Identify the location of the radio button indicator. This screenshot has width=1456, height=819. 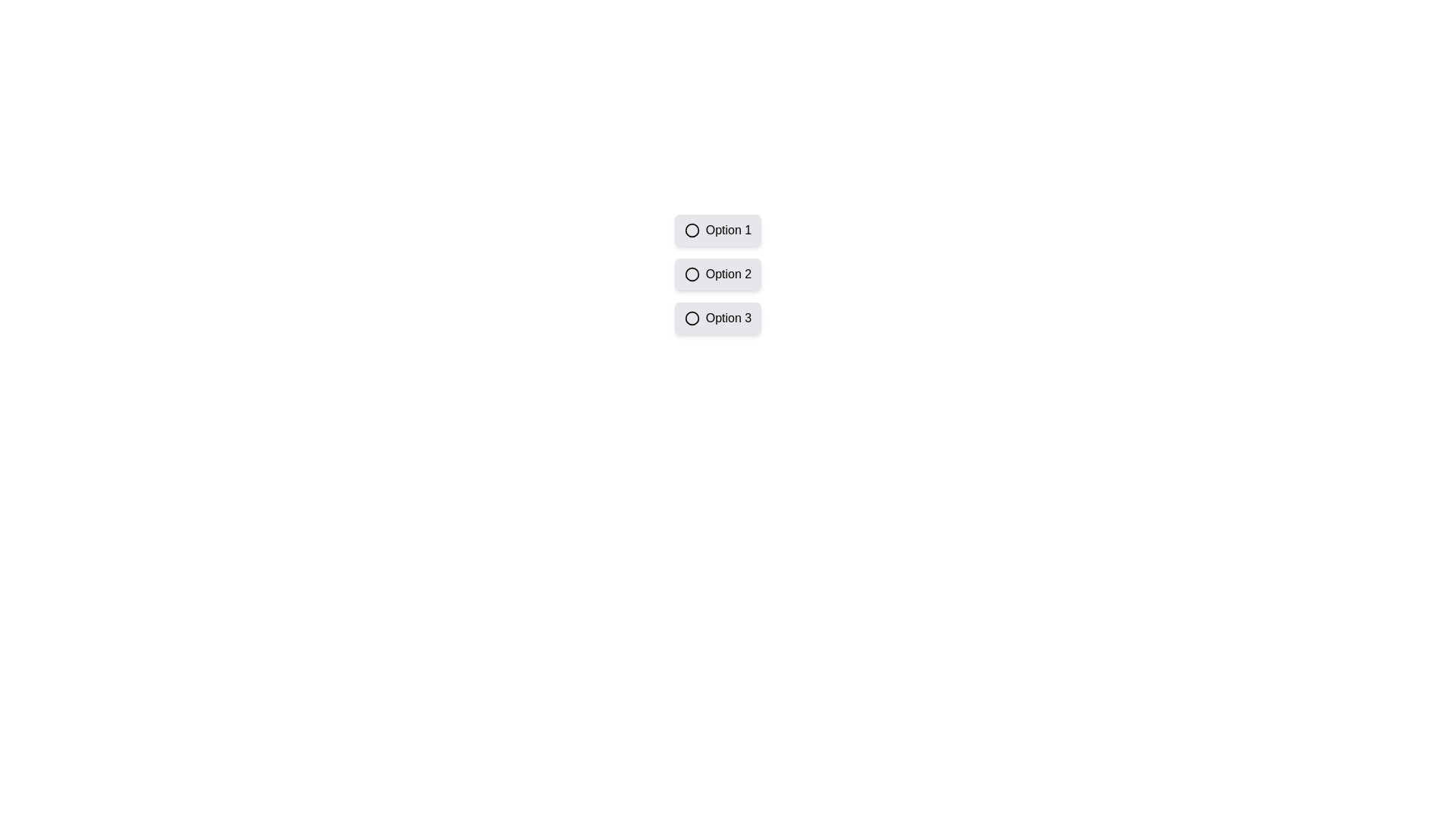
(691, 231).